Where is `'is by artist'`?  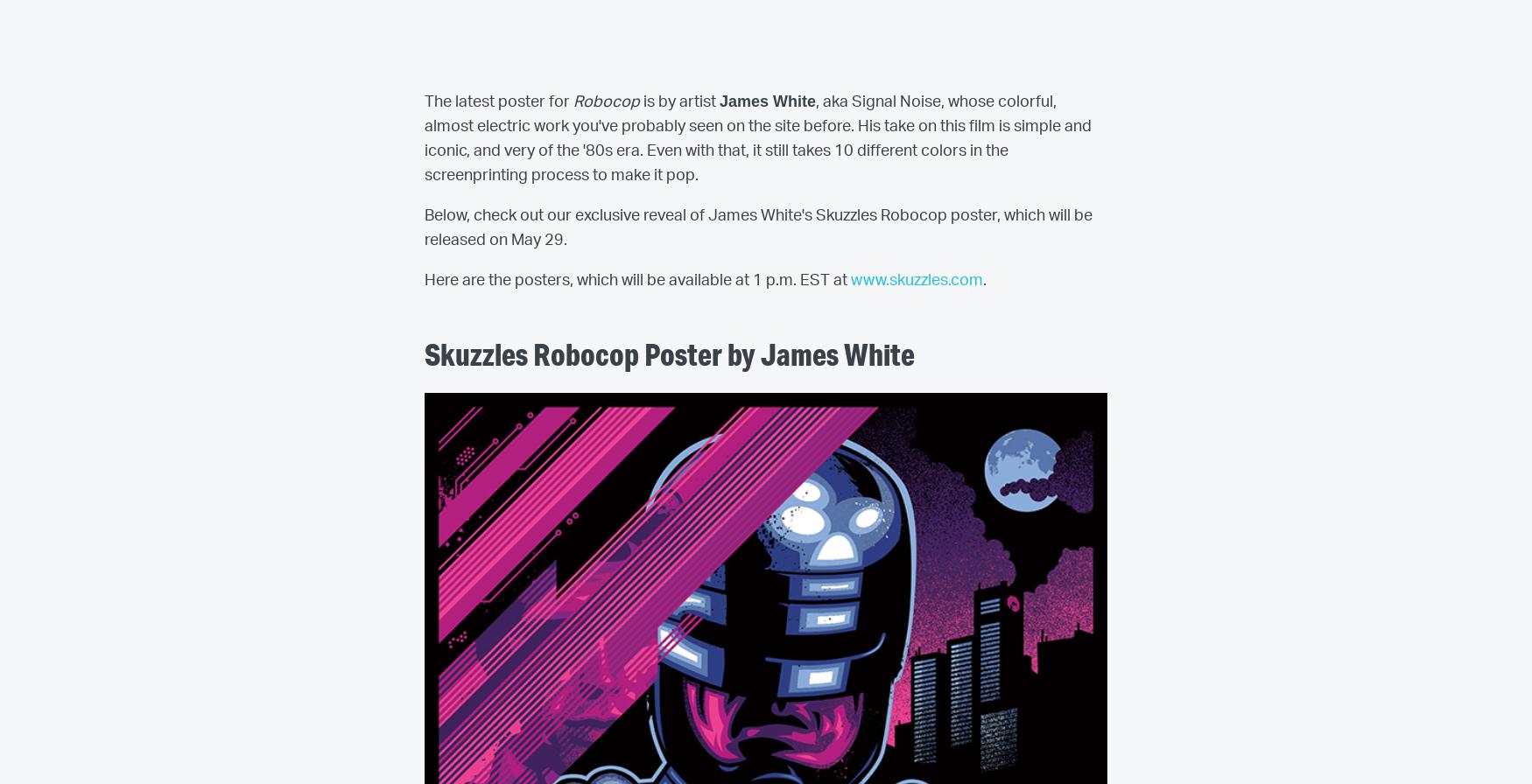 'is by artist' is located at coordinates (678, 101).